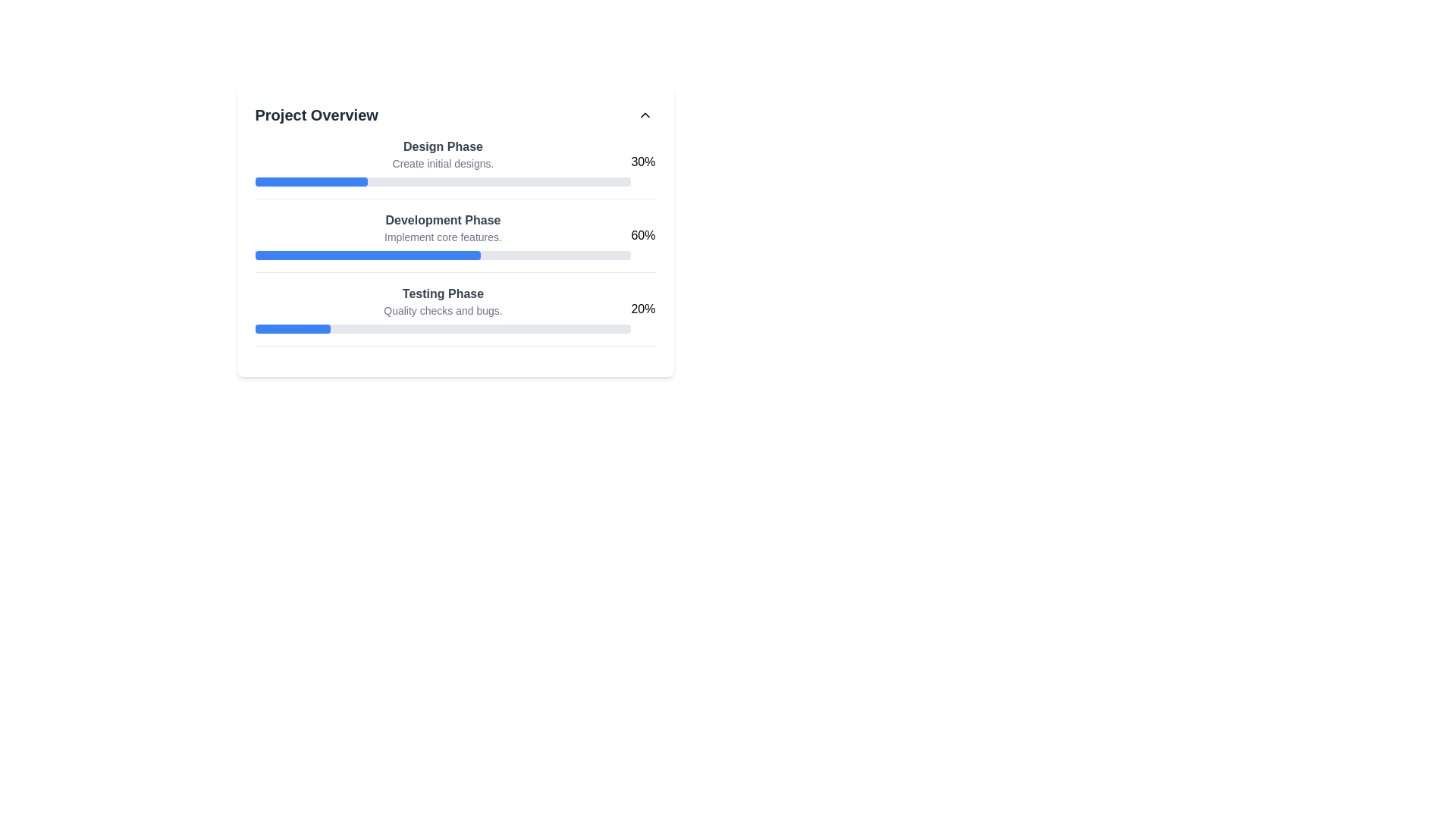  Describe the element at coordinates (454, 309) in the screenshot. I see `the Progress bar representing the completion of the Testing Phase in the project timeline to potentially see tooltip details` at that location.